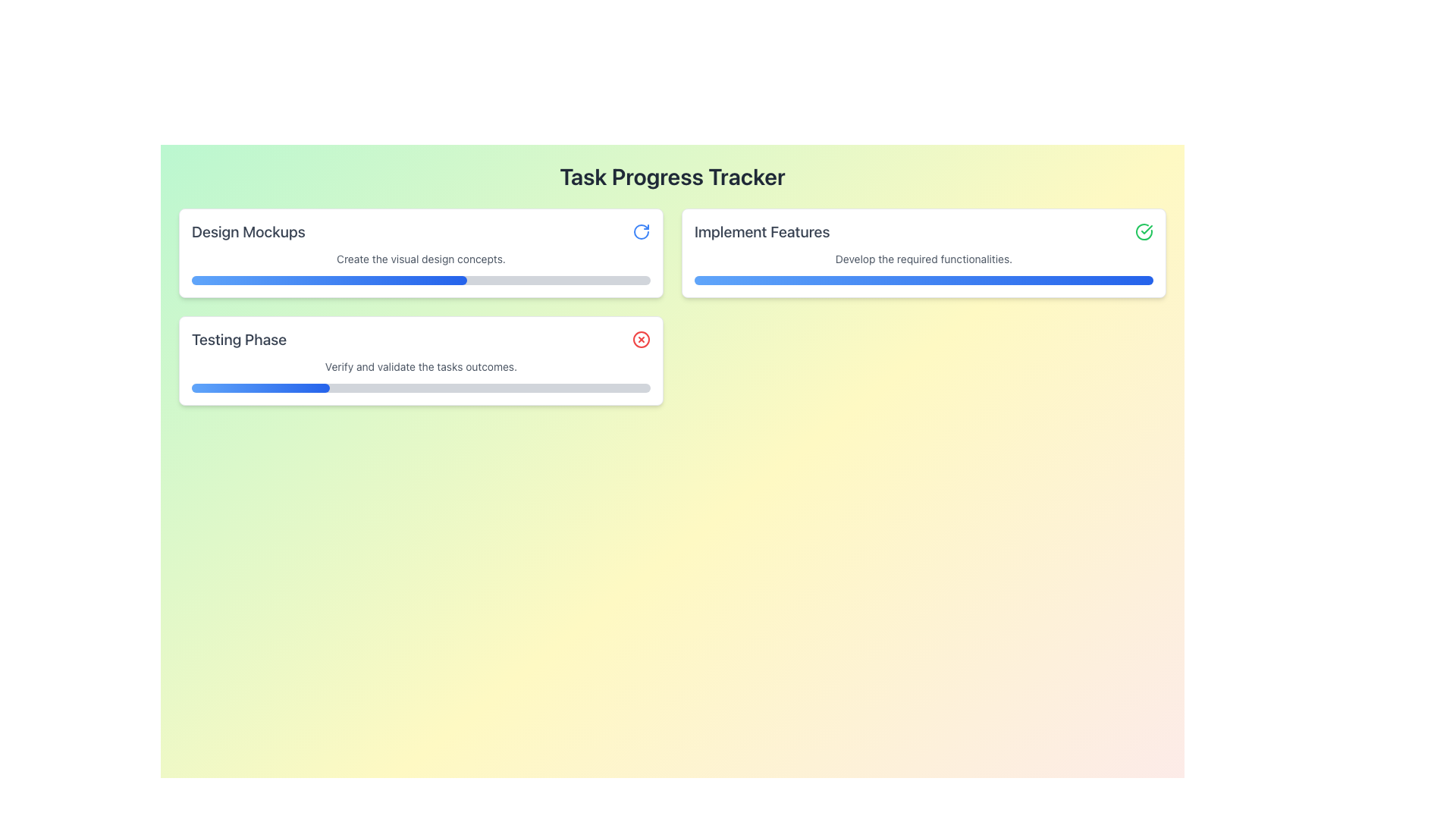 This screenshot has width=1456, height=819. What do you see at coordinates (421, 360) in the screenshot?
I see `title and description of the 'Testing Phase' Task Card located in the bottom-left corner of the grid layout, specifically the third card in a vertical sequence` at bounding box center [421, 360].